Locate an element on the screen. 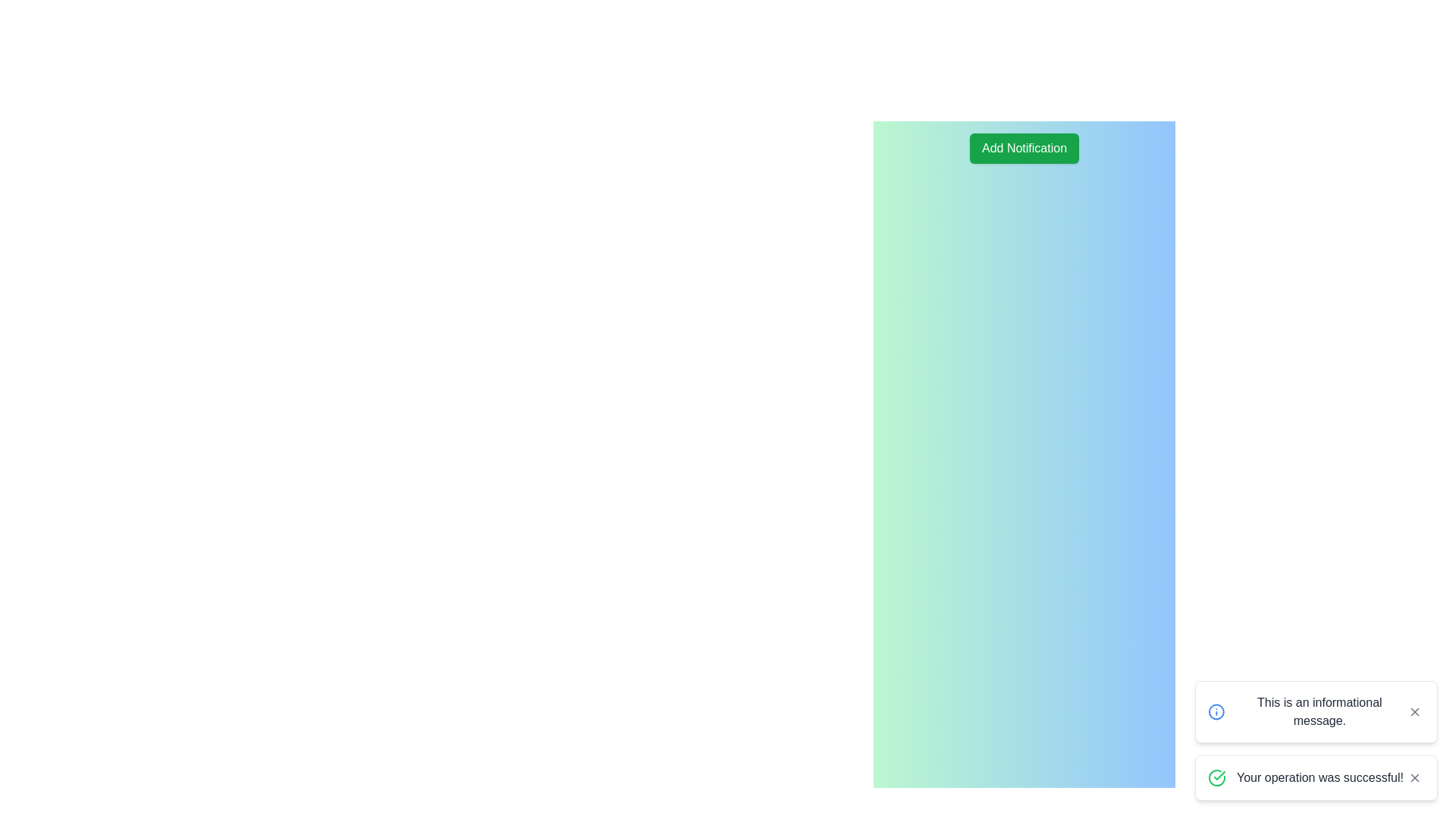 Image resolution: width=1456 pixels, height=819 pixels. the success notification message located in the bottom-right corner of the interface, which is the second notification in a vertically-stacked list of two notifications is located at coordinates (1316, 778).